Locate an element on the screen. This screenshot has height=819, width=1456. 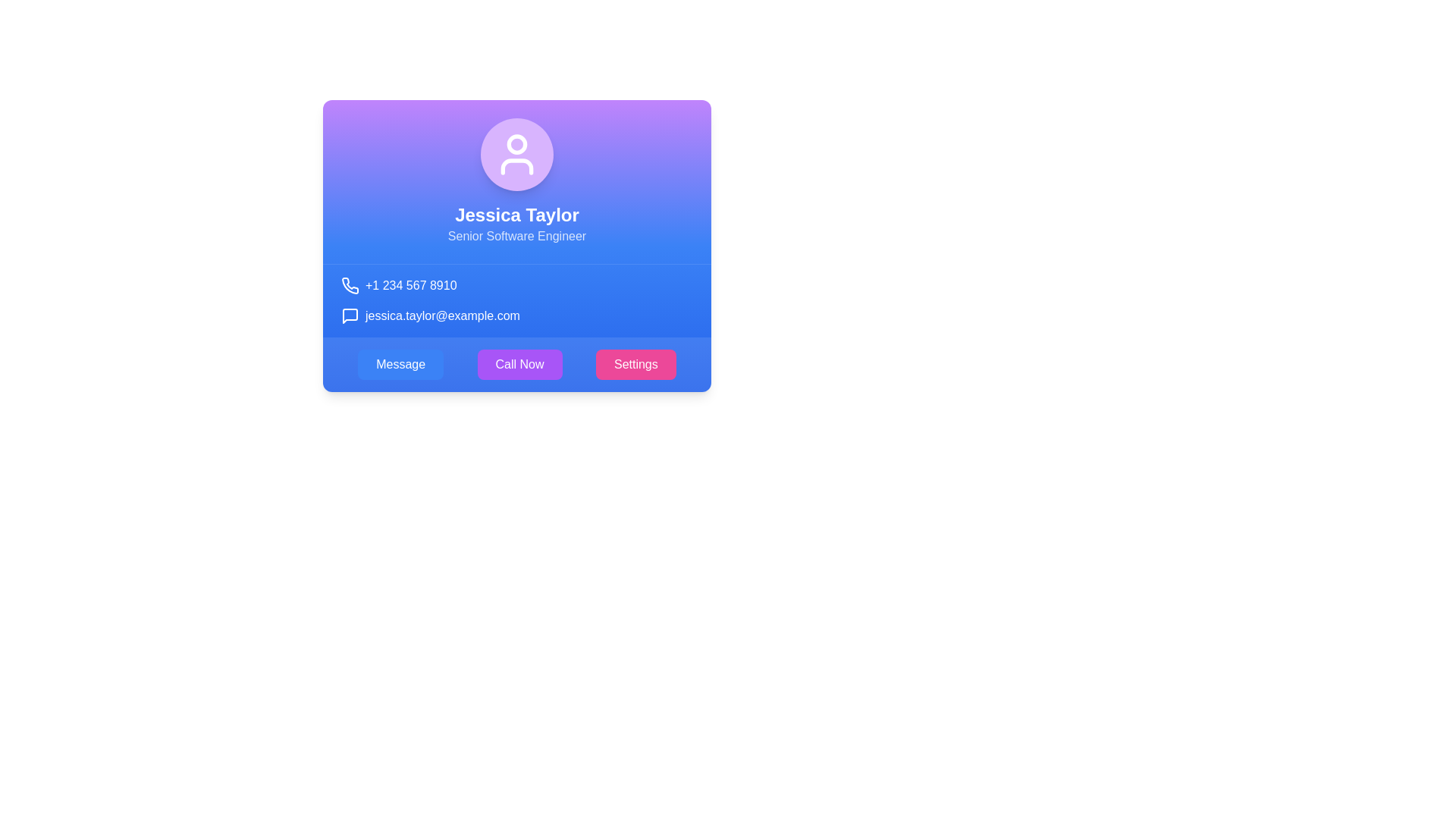
the settings button located at the bottom right of the card, which is the third button in a horizontal row following 'Message' and 'Call Now' is located at coordinates (635, 365).